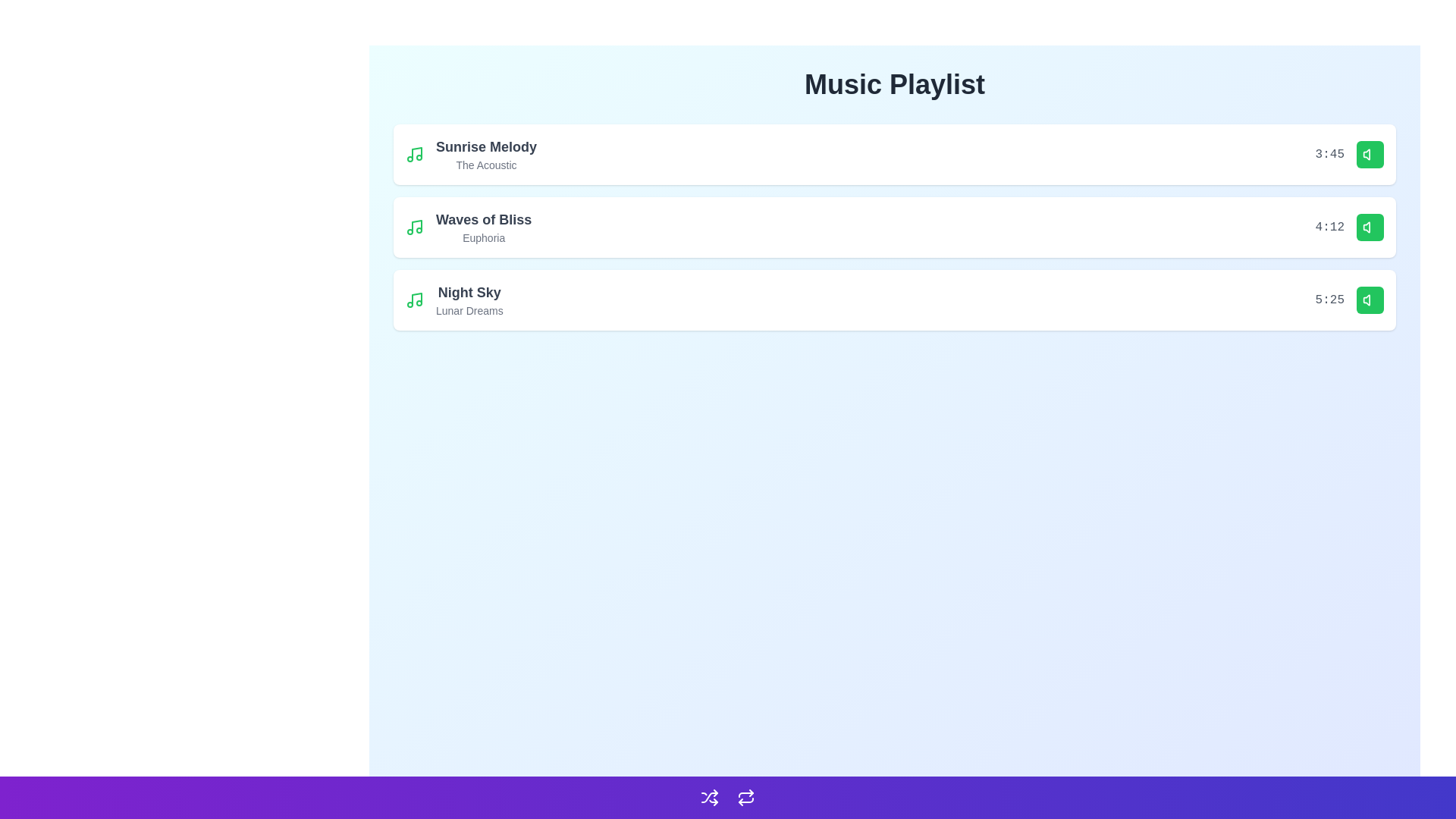 This screenshot has height=819, width=1456. Describe the element at coordinates (895, 227) in the screenshot. I see `the second entry in the music playlist, which represents a music track with details like name, artist, and duration, for interaction feedback` at that location.